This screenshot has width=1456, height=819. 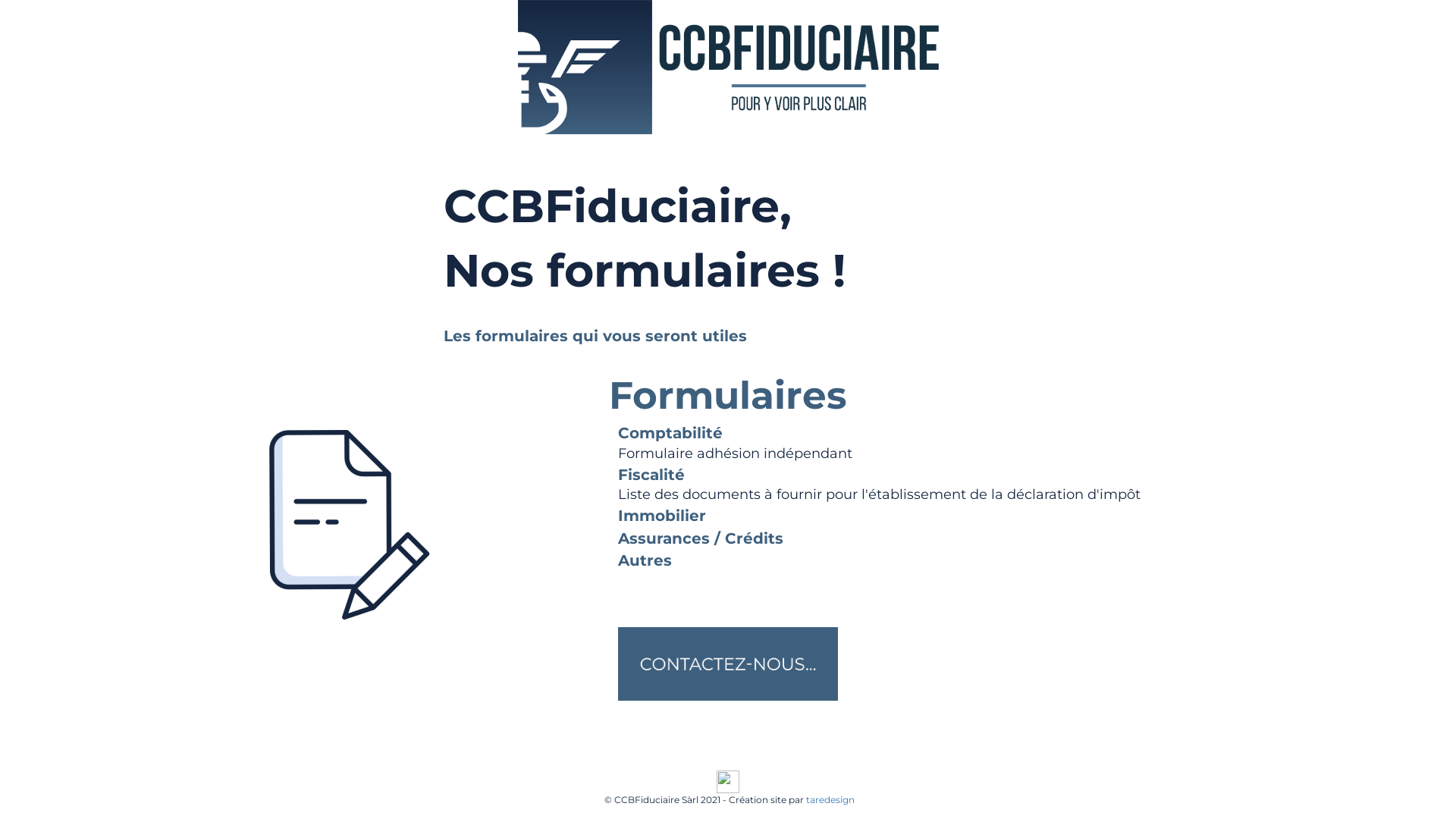 What do you see at coordinates (829, 799) in the screenshot?
I see `'taredesign'` at bounding box center [829, 799].